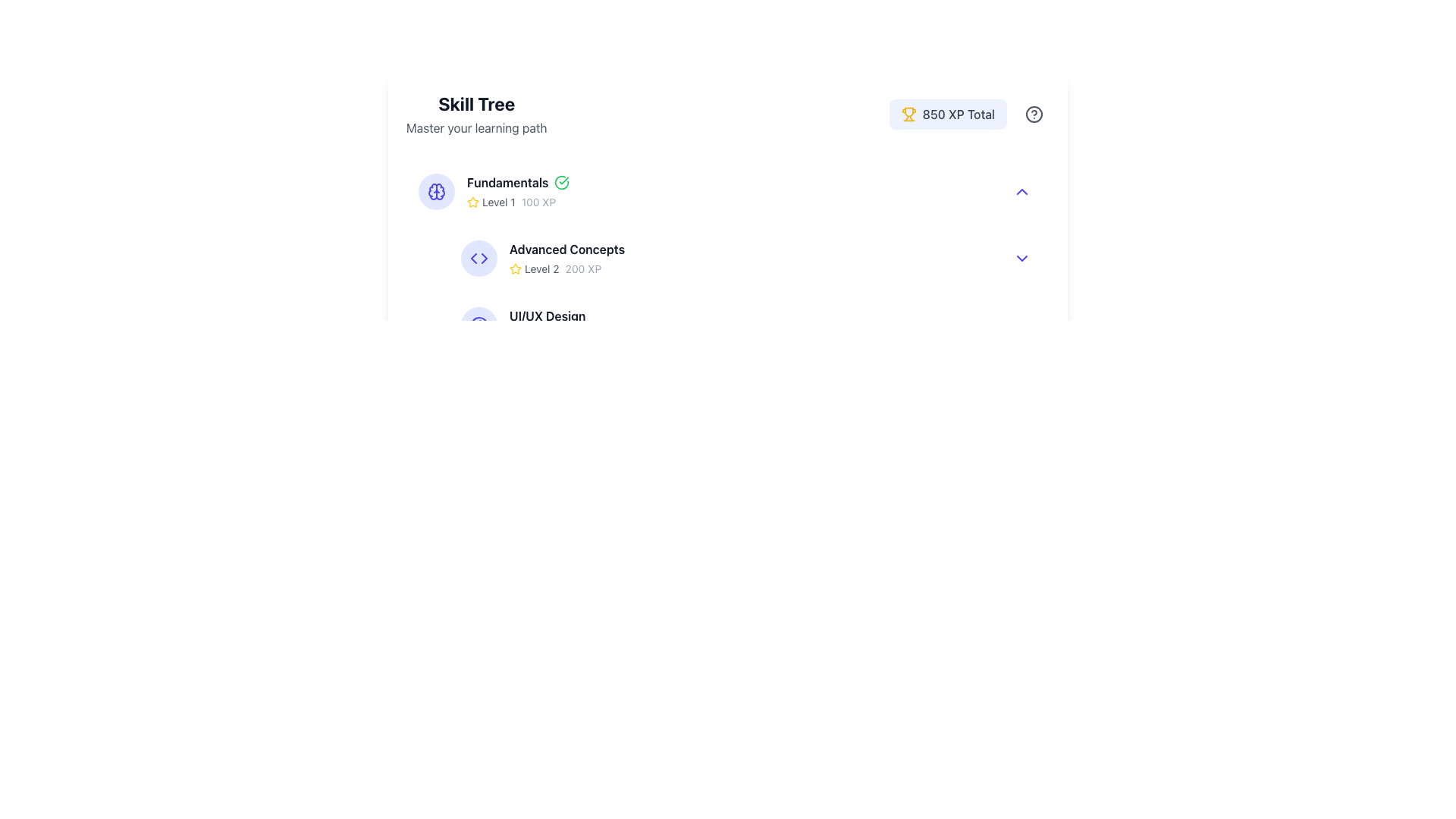 This screenshot has height=819, width=1456. Describe the element at coordinates (749, 324) in the screenshot. I see `the third list item styled as a button component labeled 'UI/UX Design'` at that location.